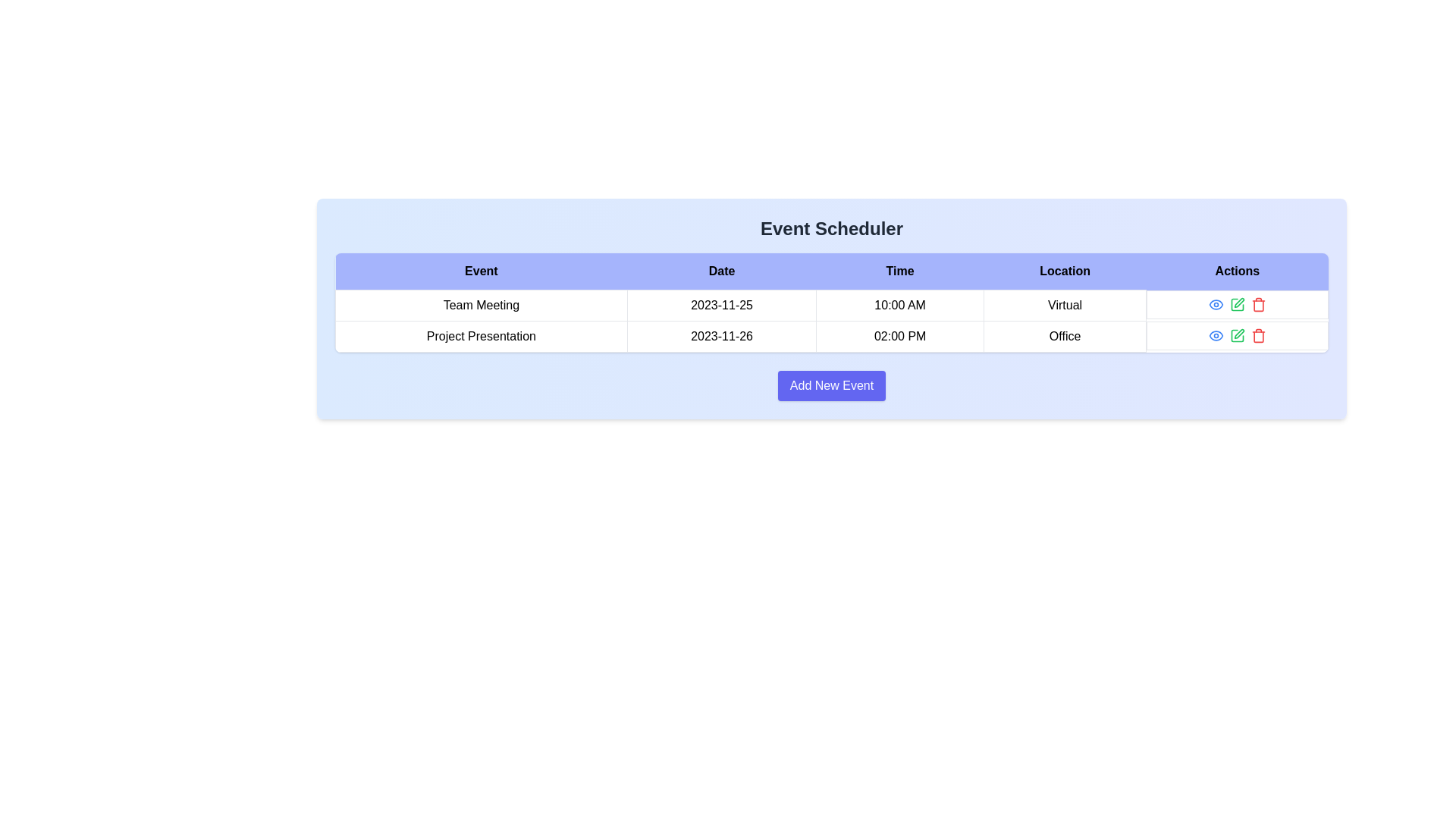 This screenshot has height=819, width=1456. I want to click on the text label styled as a table cell with the text 'Office', located in the 'Location' column under the event 'Project Presentation' on 2023-11-26 at 02:00 PM, so click(1064, 335).